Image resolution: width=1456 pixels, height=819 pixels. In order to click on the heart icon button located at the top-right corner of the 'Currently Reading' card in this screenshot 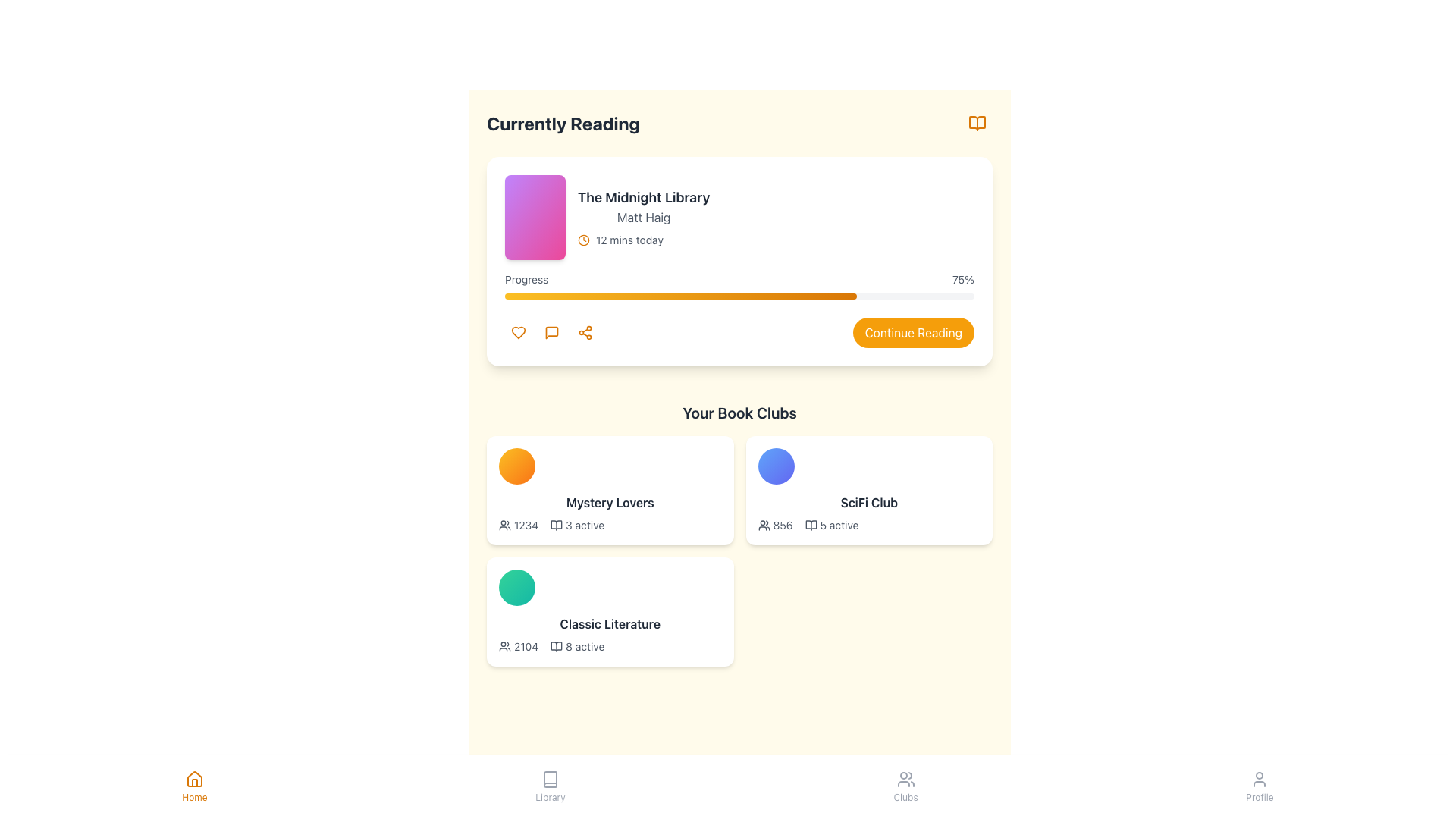, I will do `click(519, 332)`.